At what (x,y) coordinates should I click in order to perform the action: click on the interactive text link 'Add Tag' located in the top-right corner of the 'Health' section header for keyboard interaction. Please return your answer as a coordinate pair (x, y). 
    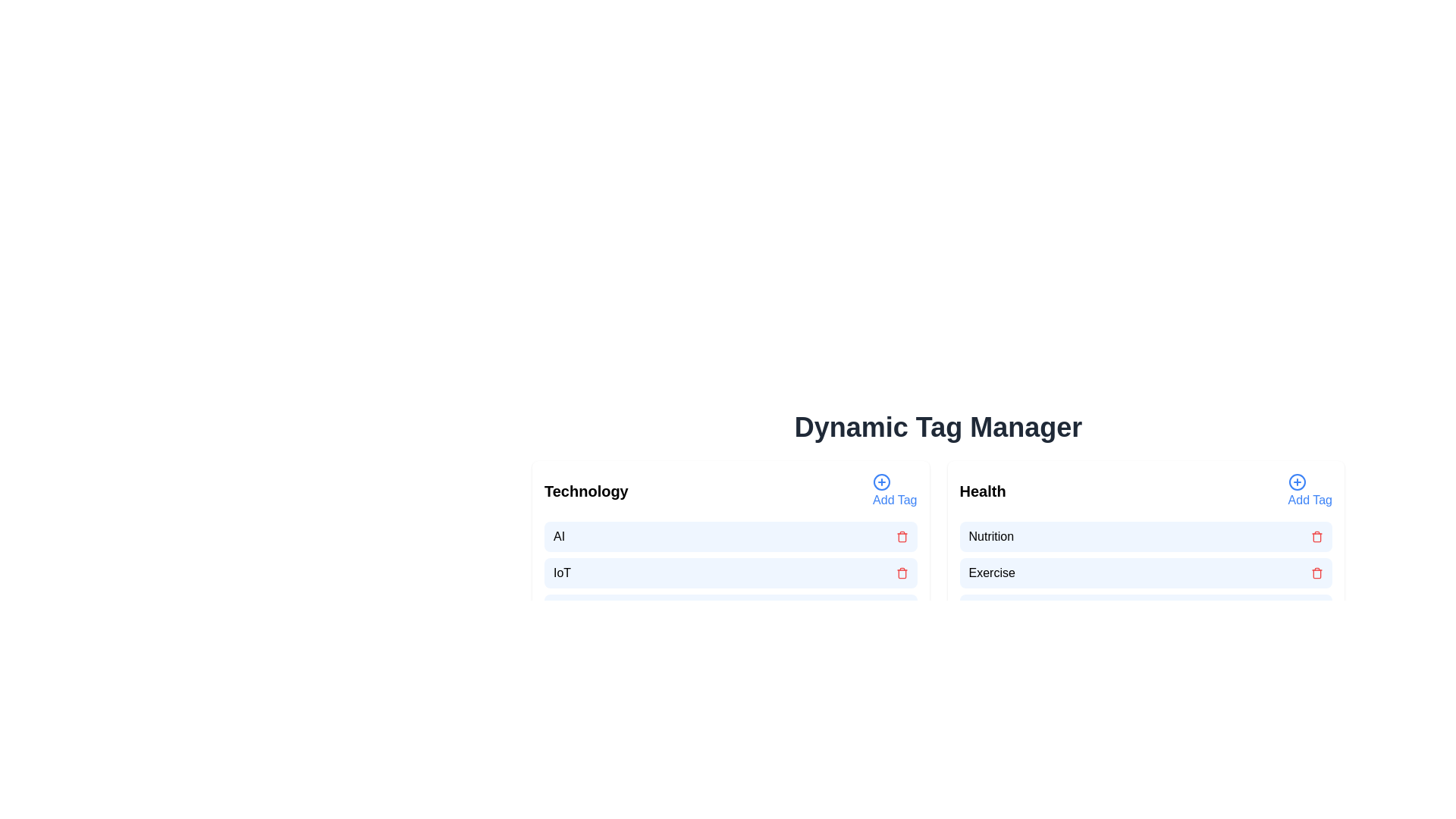
    Looking at the image, I should click on (1309, 491).